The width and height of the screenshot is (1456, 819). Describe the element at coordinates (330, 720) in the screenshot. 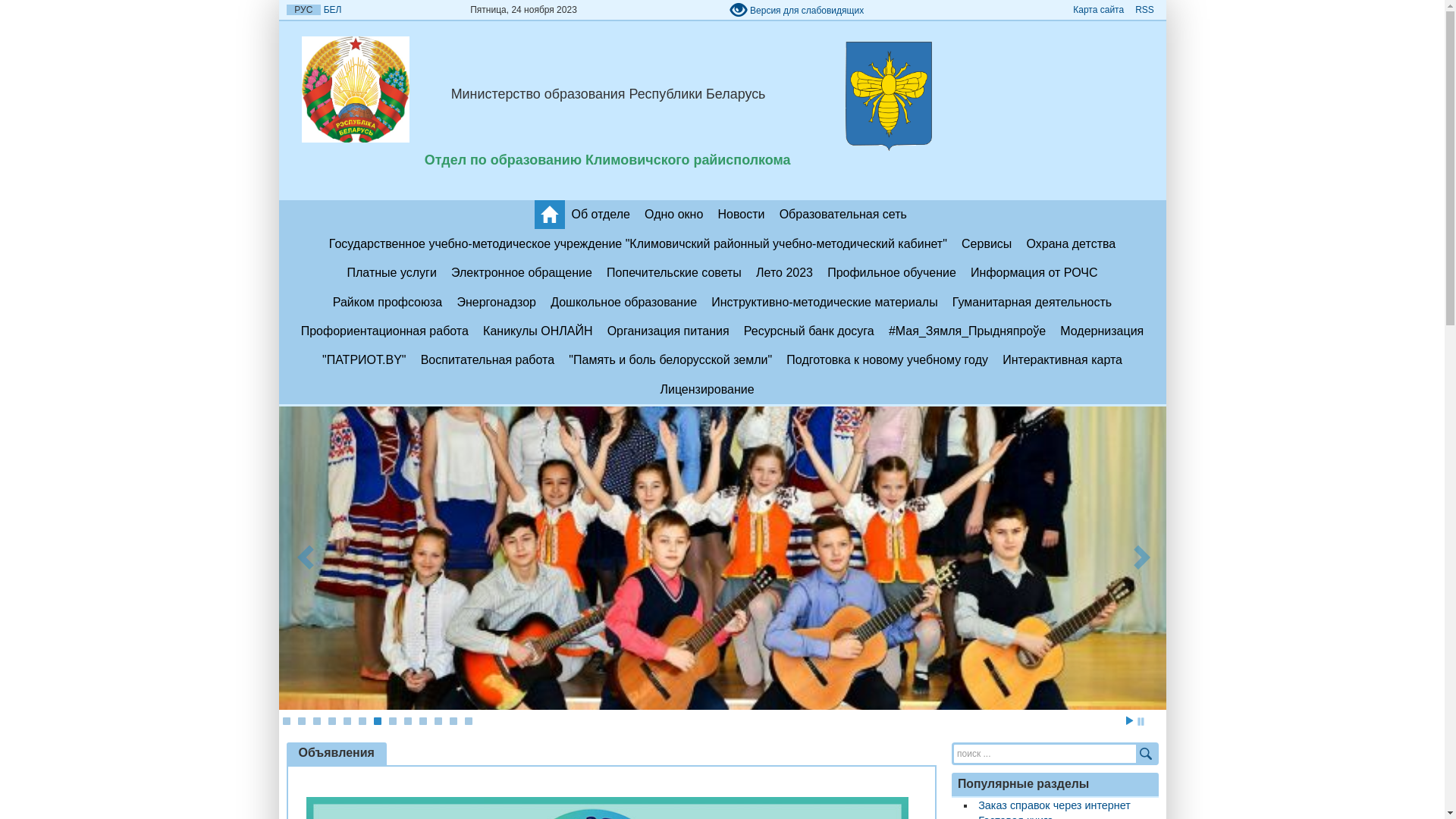

I see `'4'` at that location.